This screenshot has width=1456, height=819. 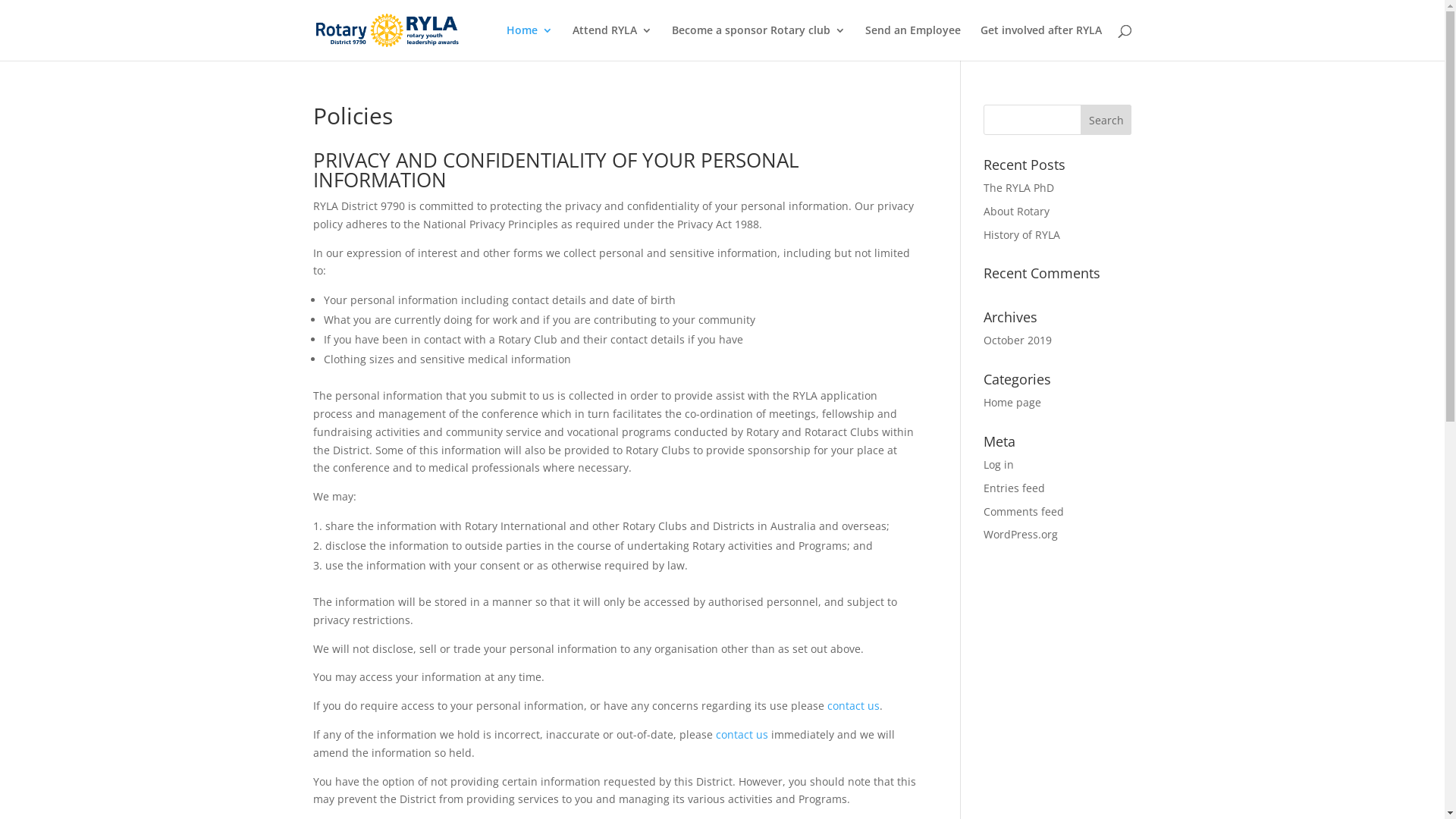 What do you see at coordinates (983, 339) in the screenshot?
I see `'October 2019'` at bounding box center [983, 339].